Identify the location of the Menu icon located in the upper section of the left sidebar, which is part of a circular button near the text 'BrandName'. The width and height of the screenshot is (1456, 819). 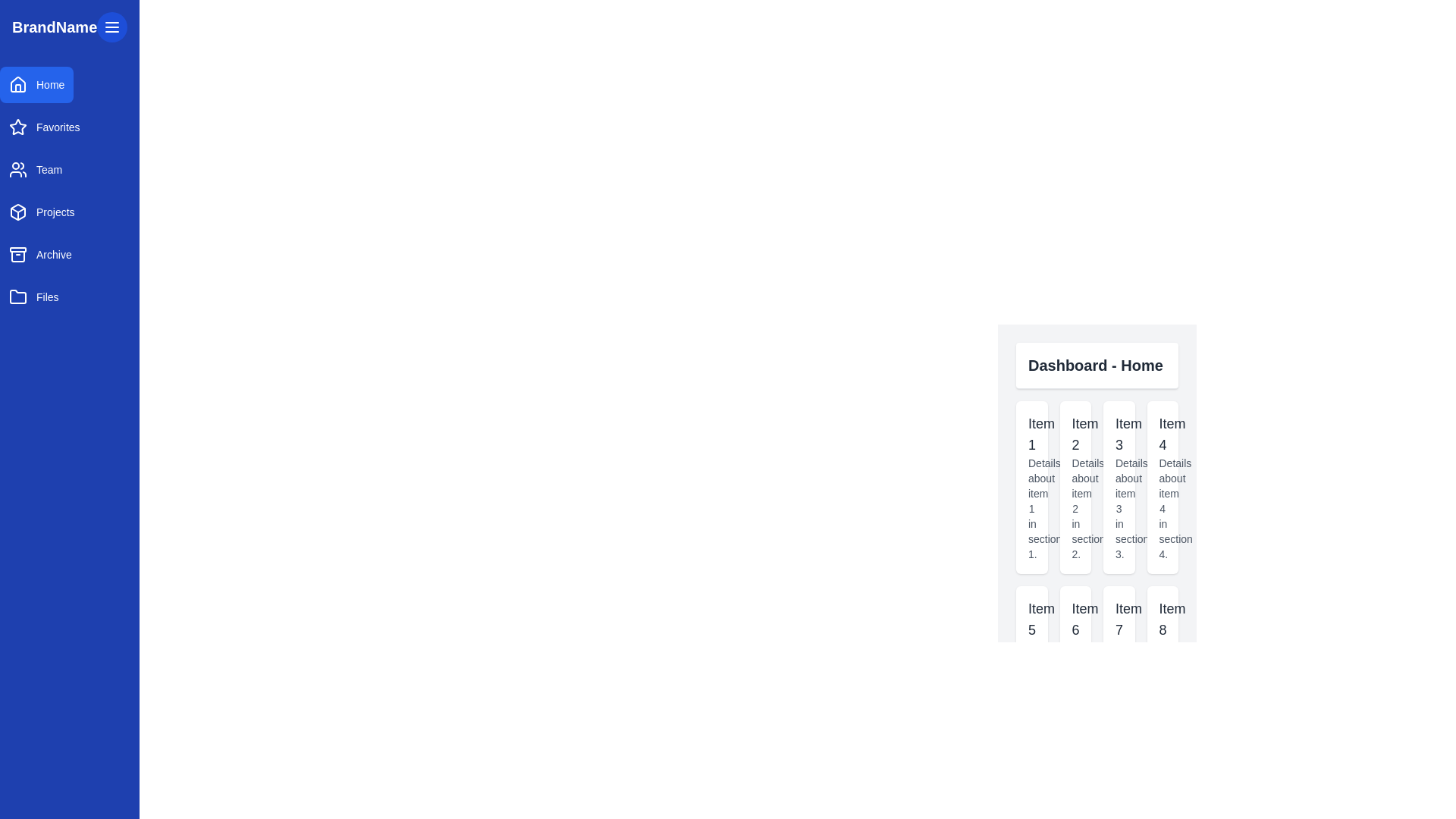
(111, 27).